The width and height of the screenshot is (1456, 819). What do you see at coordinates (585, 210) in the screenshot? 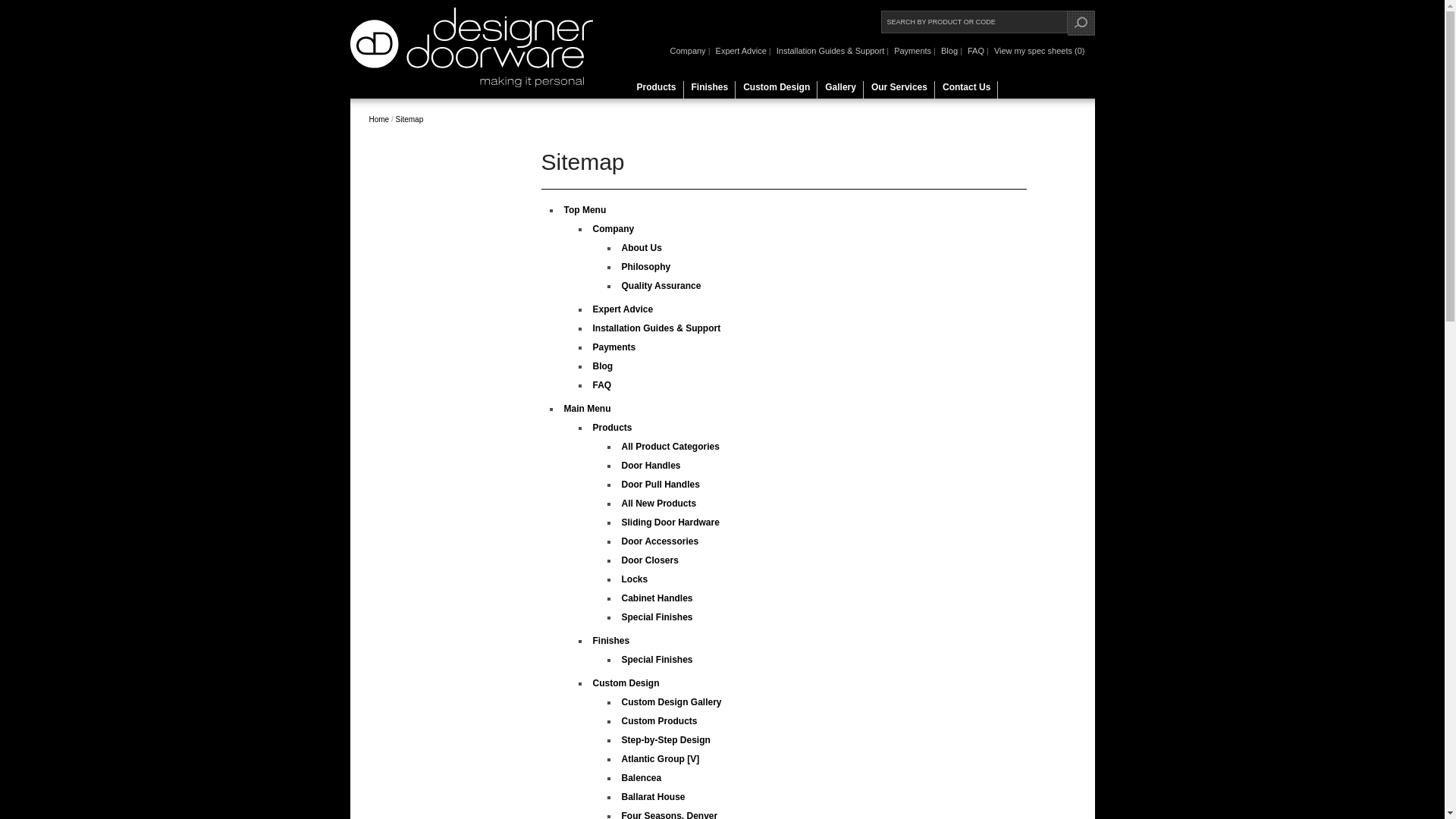
I see `'Top Menu'` at bounding box center [585, 210].